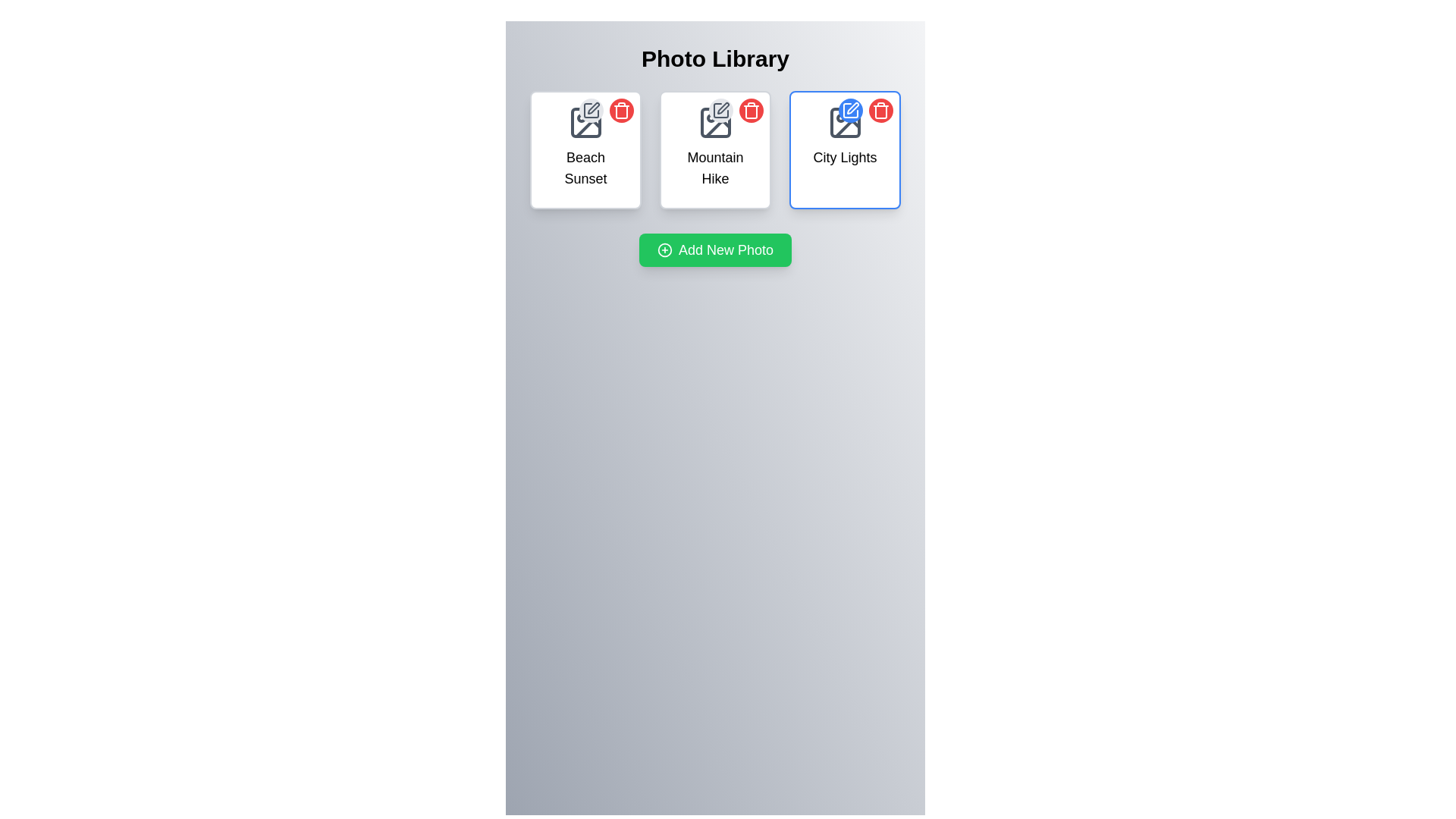 The image size is (1456, 819). I want to click on the decorative icon at the top of the 'Beach Sunset' card, which indicates it represents an image or photo, so click(585, 122).